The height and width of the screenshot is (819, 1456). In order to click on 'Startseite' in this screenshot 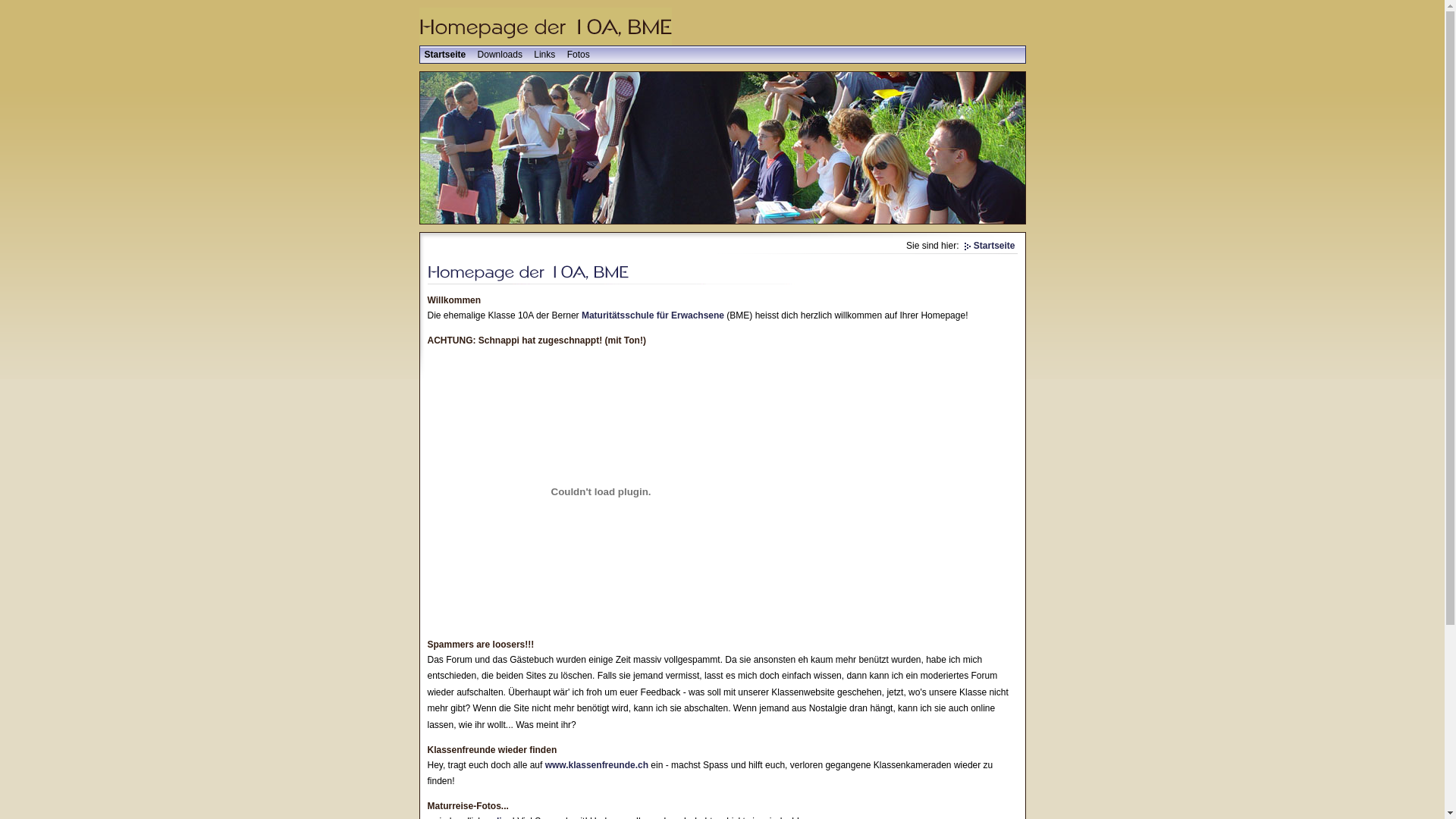, I will do `click(444, 54)`.